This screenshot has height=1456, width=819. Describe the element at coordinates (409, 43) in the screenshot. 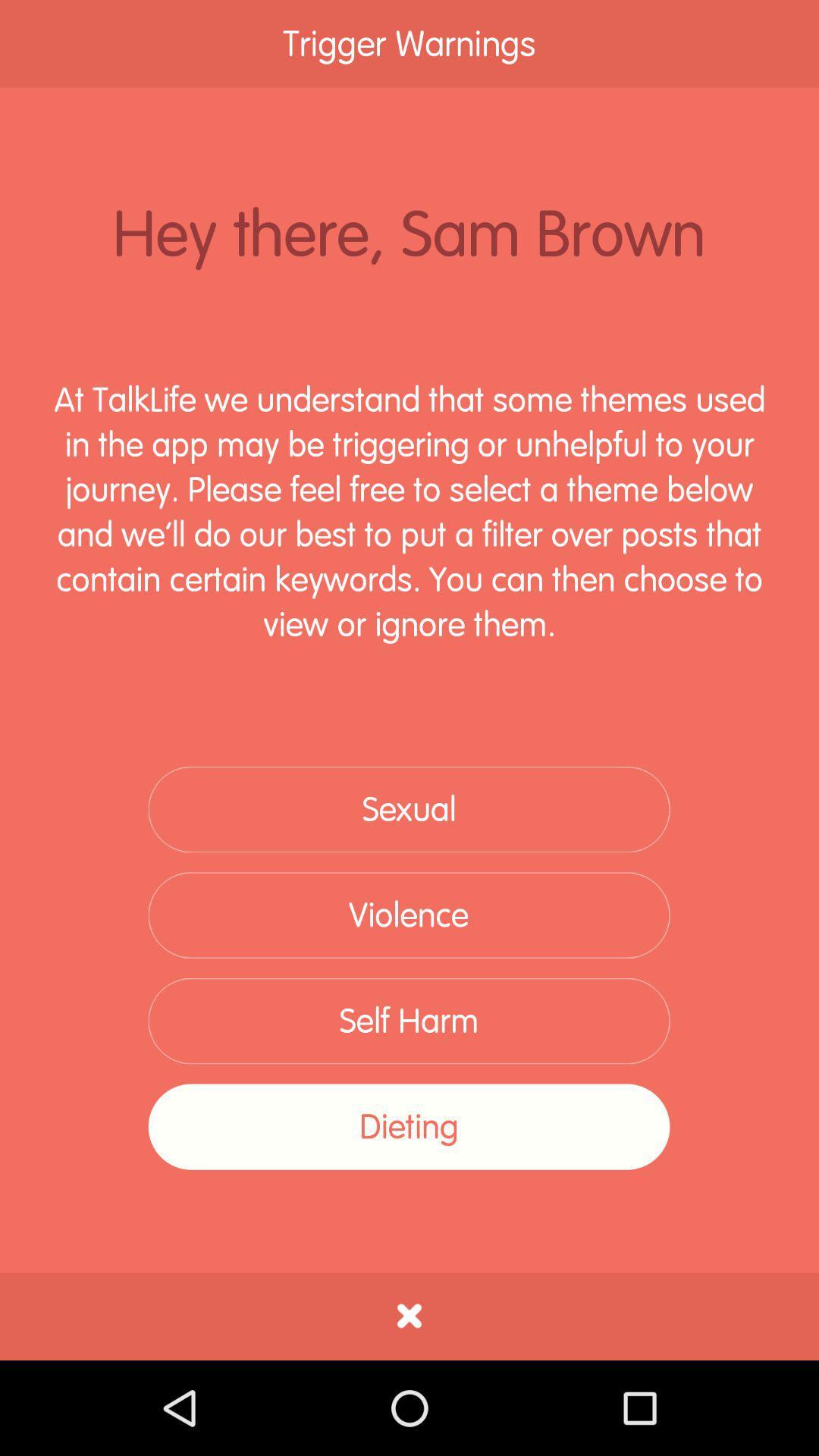

I see `trigger warnings icon` at that location.